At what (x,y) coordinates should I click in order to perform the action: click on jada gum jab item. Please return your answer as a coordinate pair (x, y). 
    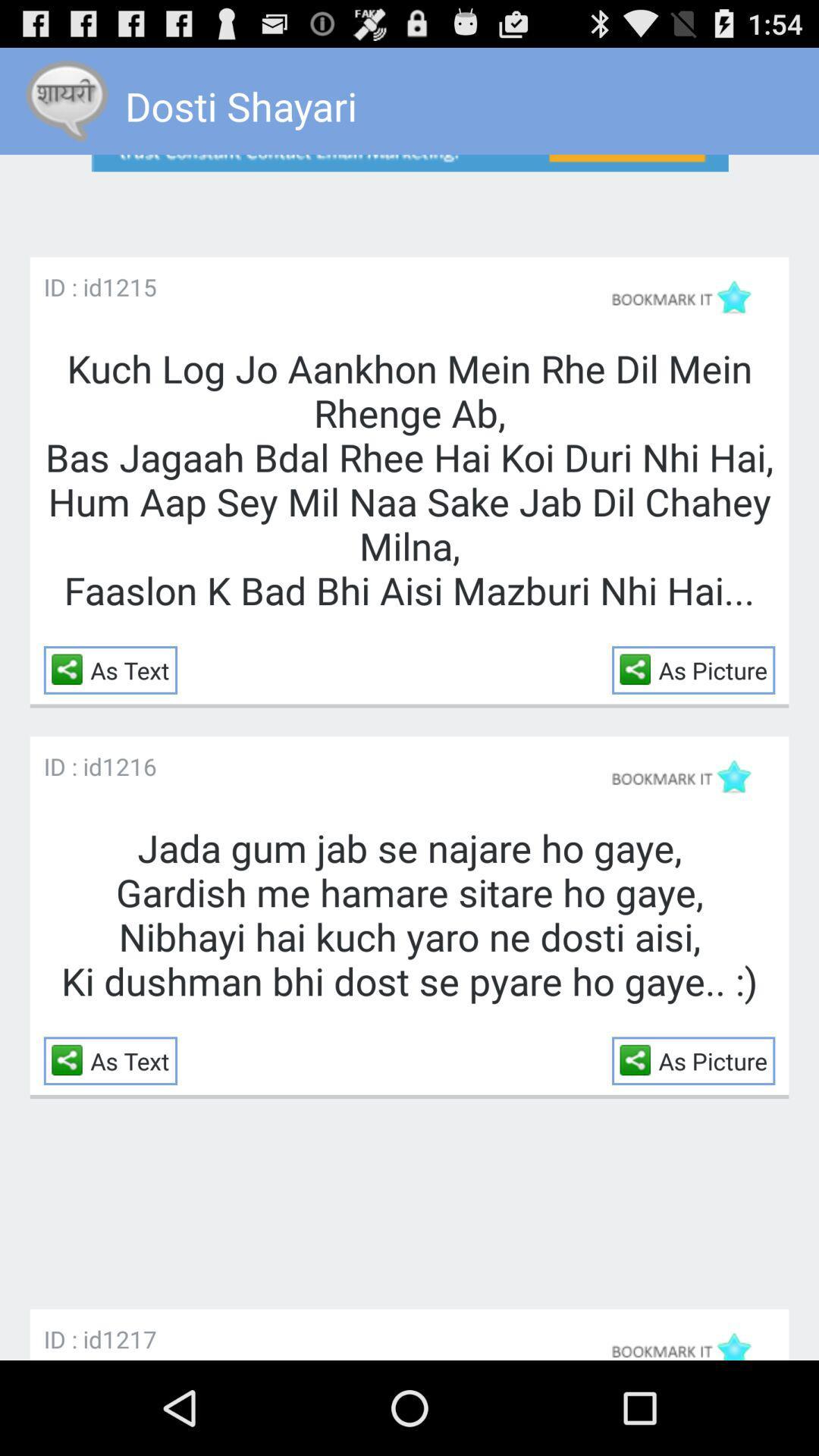
    Looking at the image, I should click on (409, 913).